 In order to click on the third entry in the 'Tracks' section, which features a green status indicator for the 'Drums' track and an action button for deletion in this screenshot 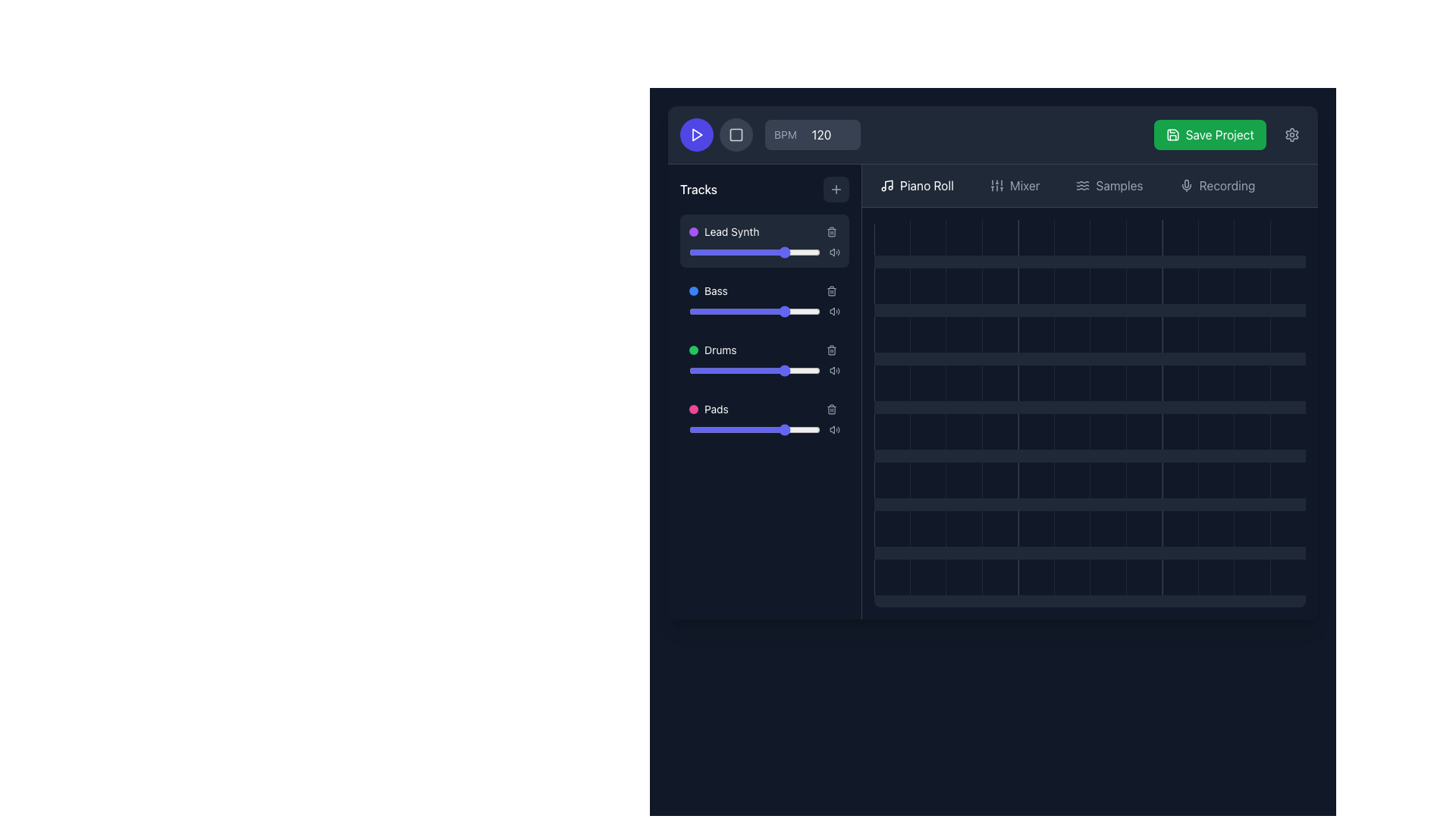, I will do `click(764, 350)`.